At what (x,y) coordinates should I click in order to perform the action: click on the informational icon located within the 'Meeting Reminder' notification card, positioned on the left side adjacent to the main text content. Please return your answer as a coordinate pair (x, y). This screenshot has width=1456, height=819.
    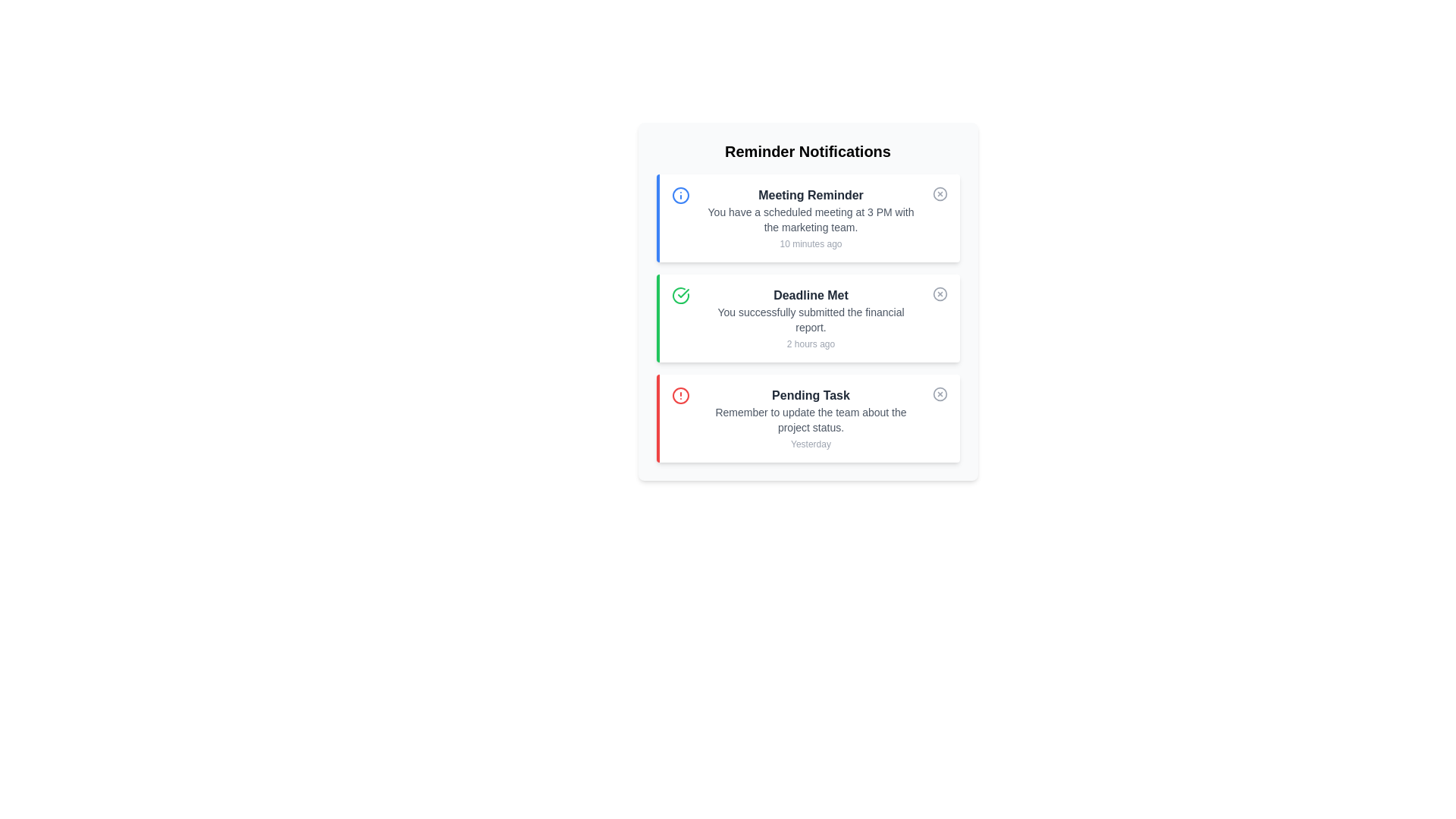
    Looking at the image, I should click on (679, 195).